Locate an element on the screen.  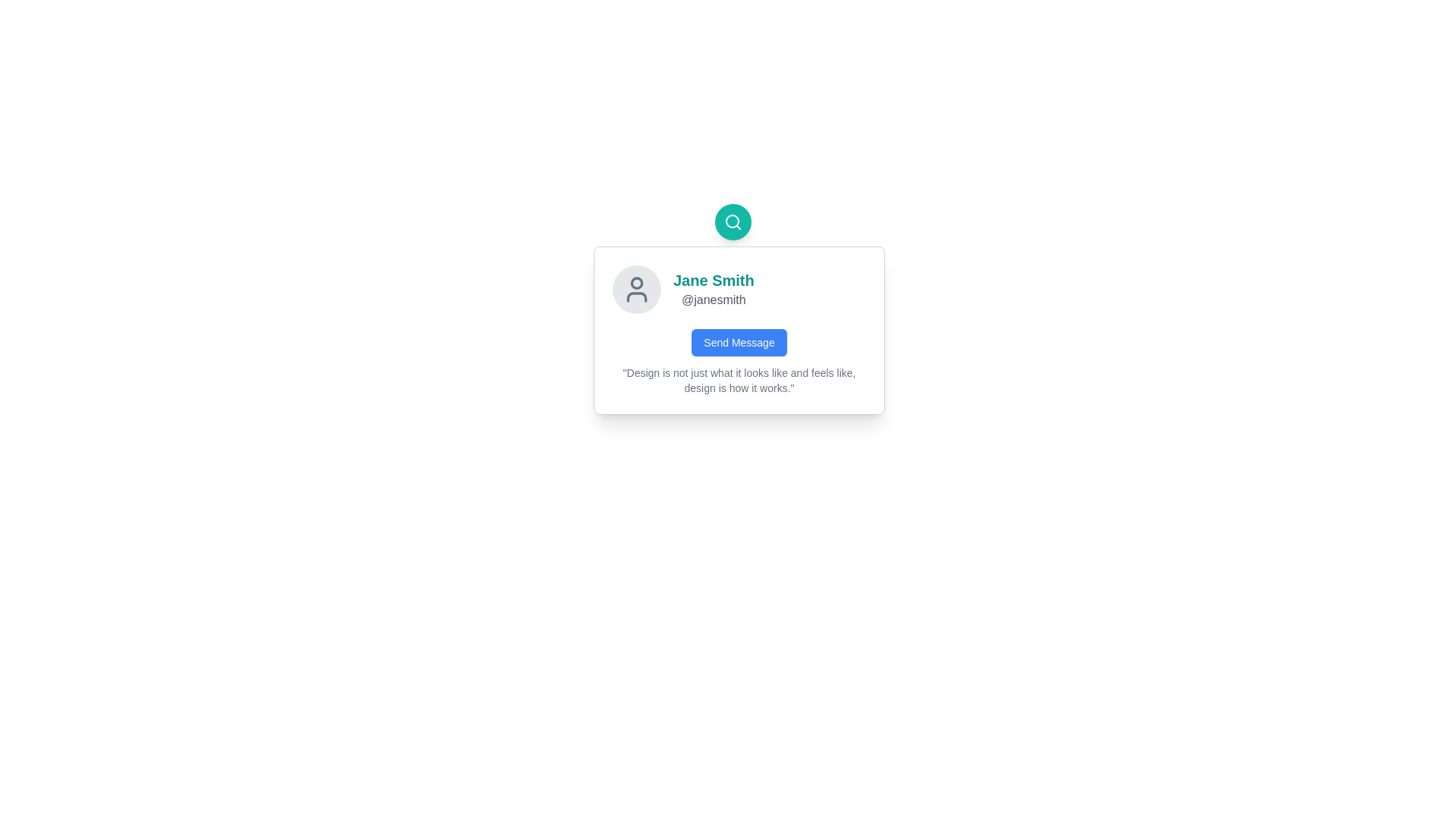
the profile information display that shows the user's full name and username, located to the right of the circular profile icon is located at coordinates (713, 289).